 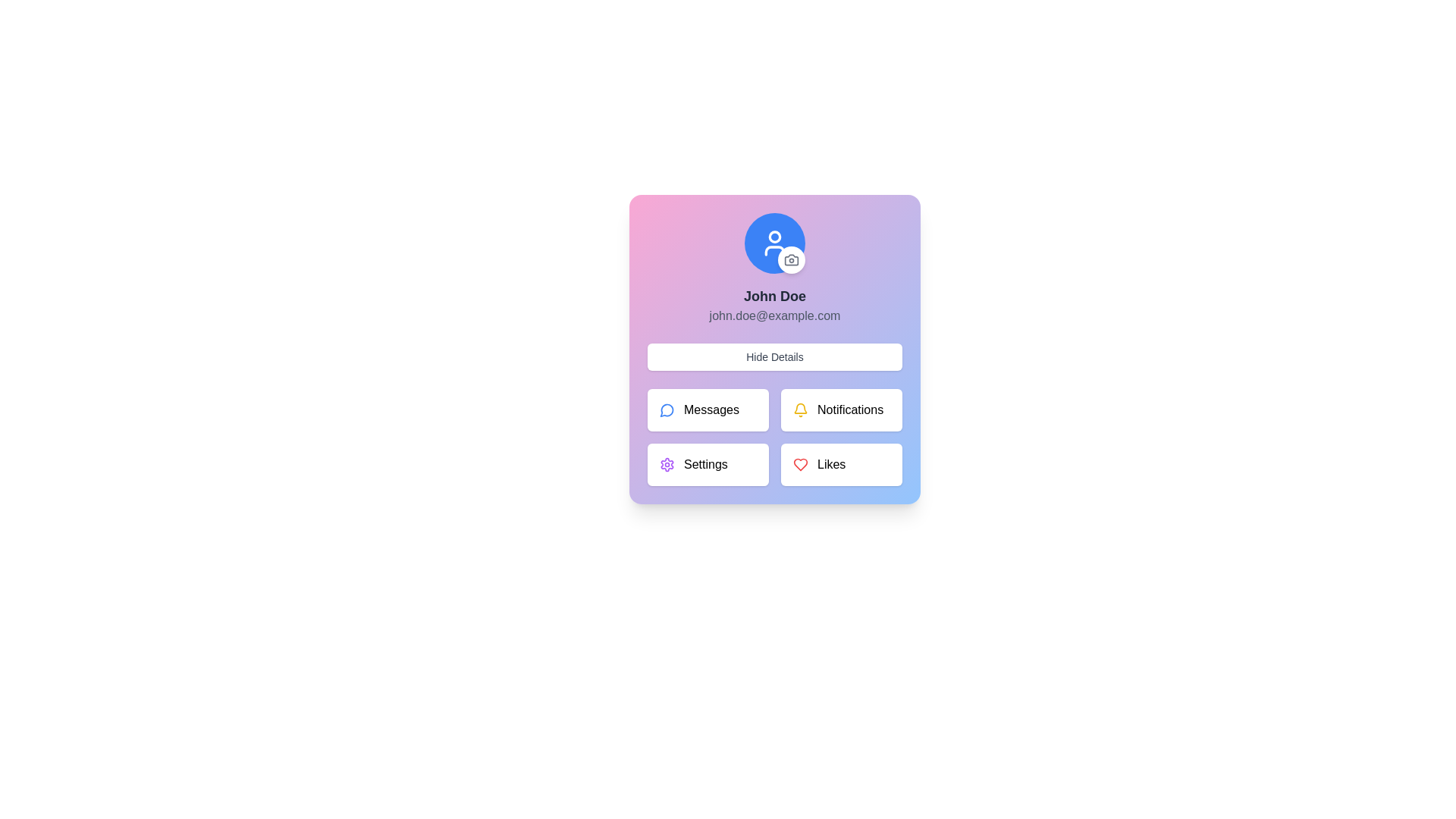 What do you see at coordinates (708, 409) in the screenshot?
I see `the 'Messages' button with a blue chat bubble icon by` at bounding box center [708, 409].